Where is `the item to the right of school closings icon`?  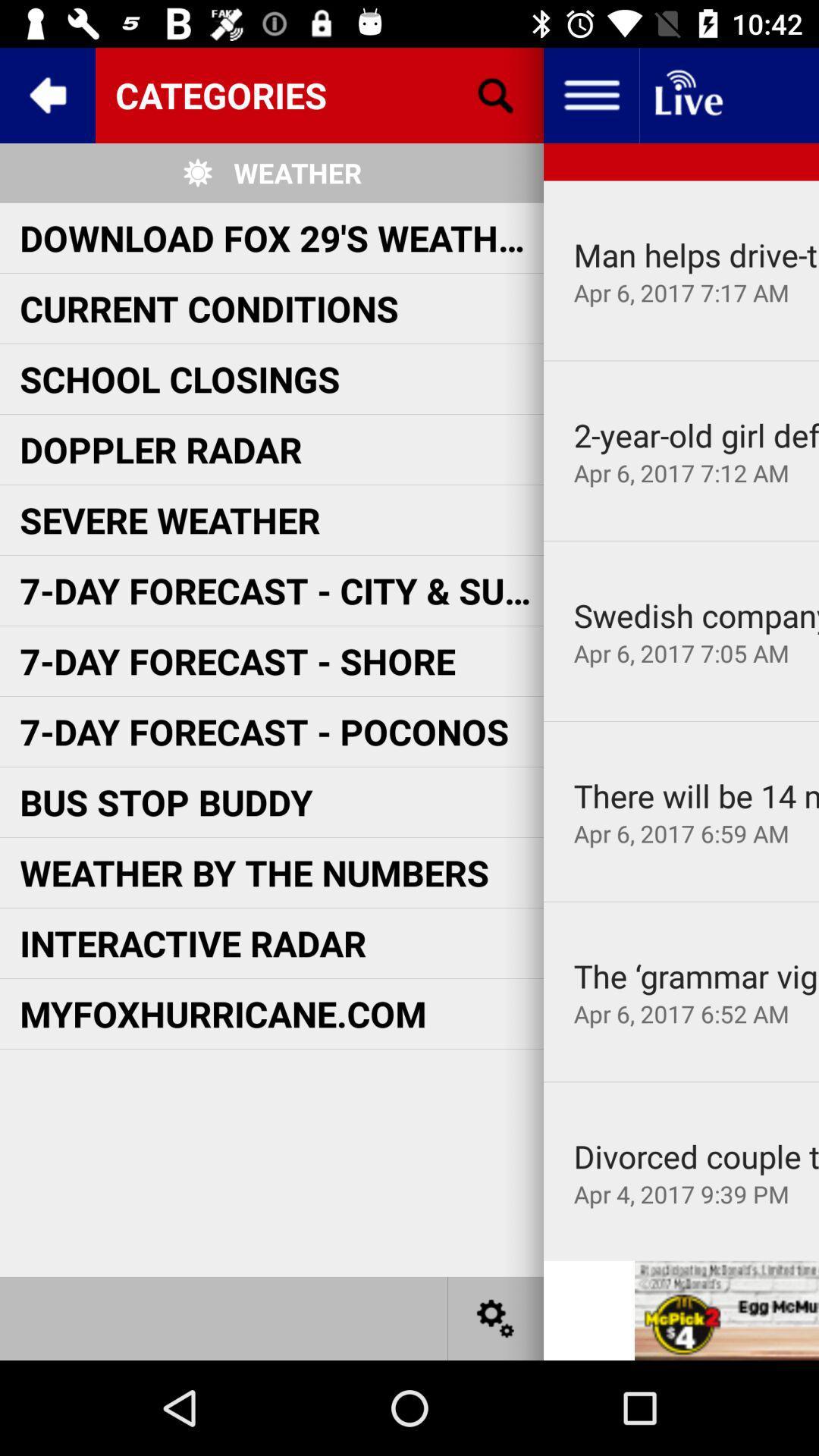
the item to the right of school closings icon is located at coordinates (696, 434).